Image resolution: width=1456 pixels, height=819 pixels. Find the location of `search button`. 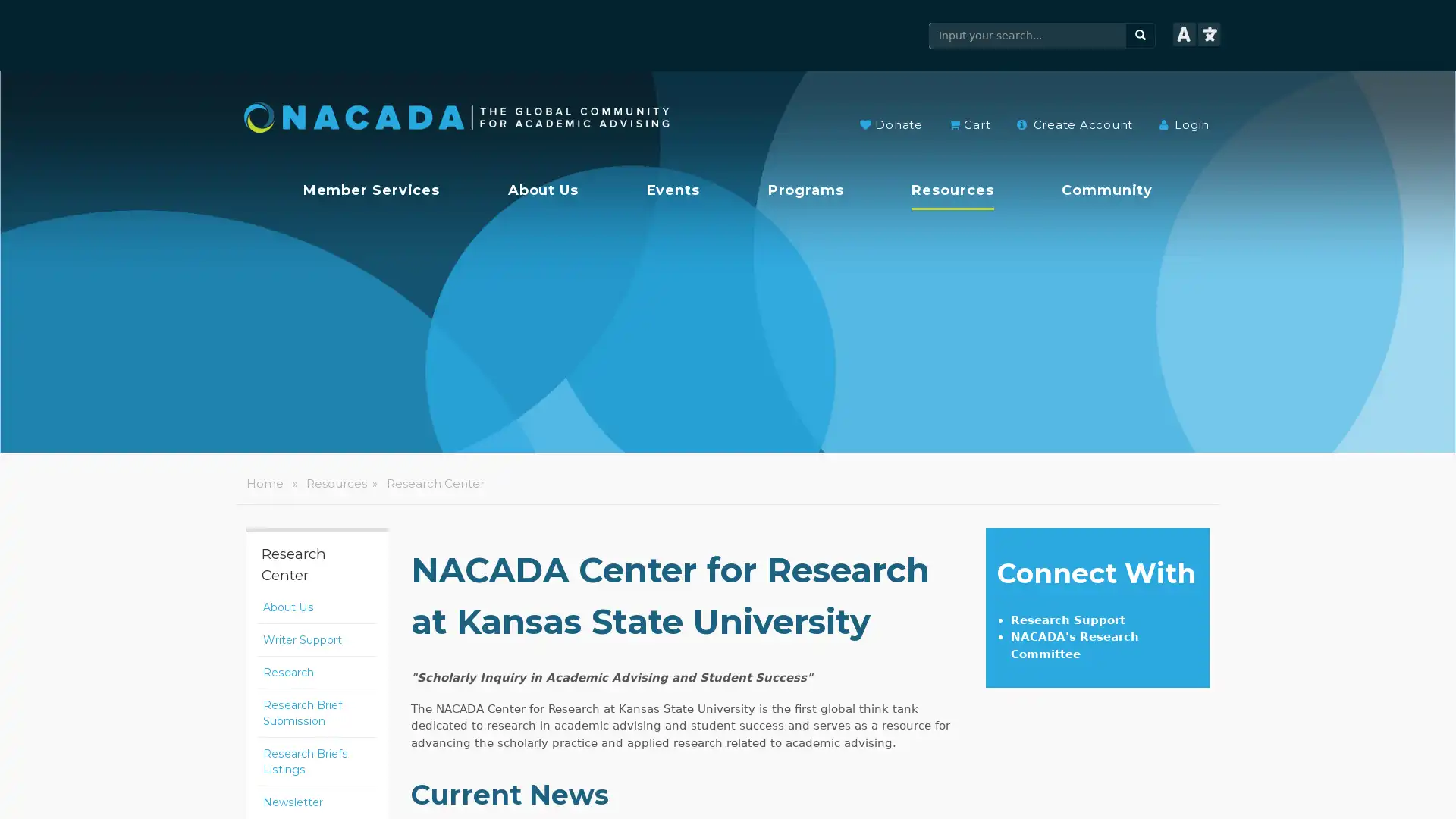

search button is located at coordinates (1139, 34).